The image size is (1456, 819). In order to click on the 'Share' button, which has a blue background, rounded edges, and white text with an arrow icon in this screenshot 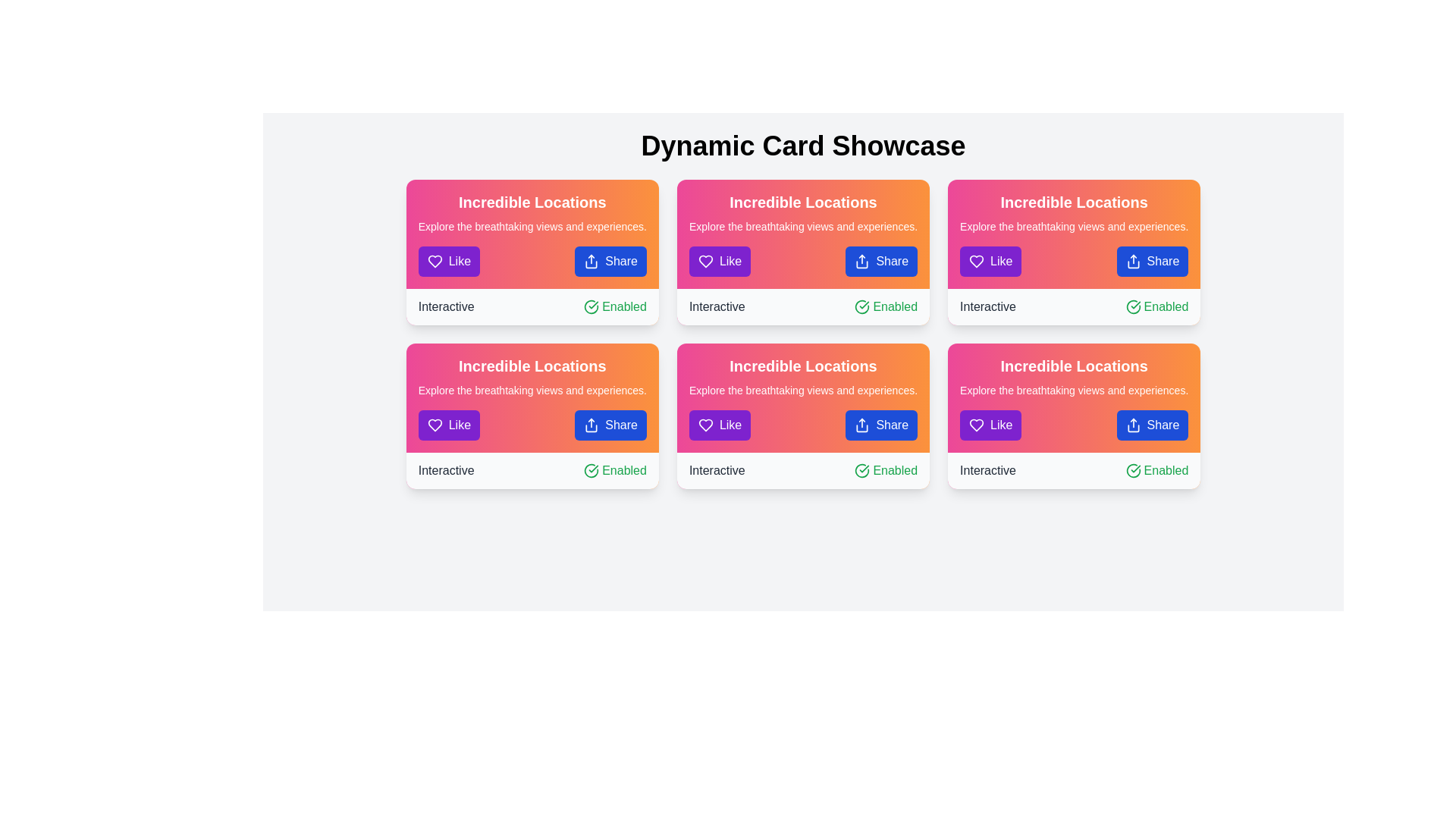, I will do `click(1152, 260)`.